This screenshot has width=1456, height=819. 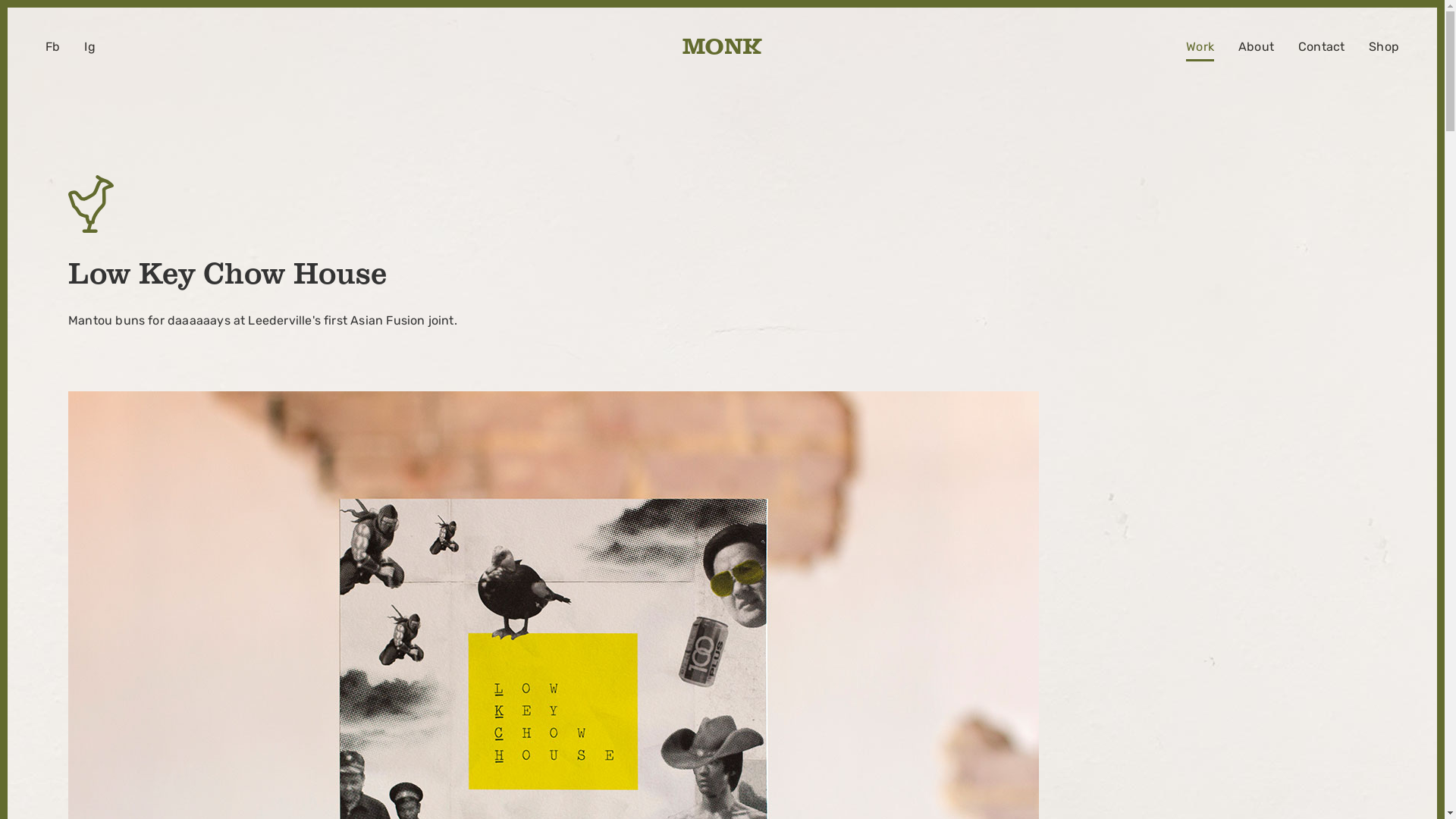 What do you see at coordinates (52, 49) in the screenshot?
I see `'Fb'` at bounding box center [52, 49].